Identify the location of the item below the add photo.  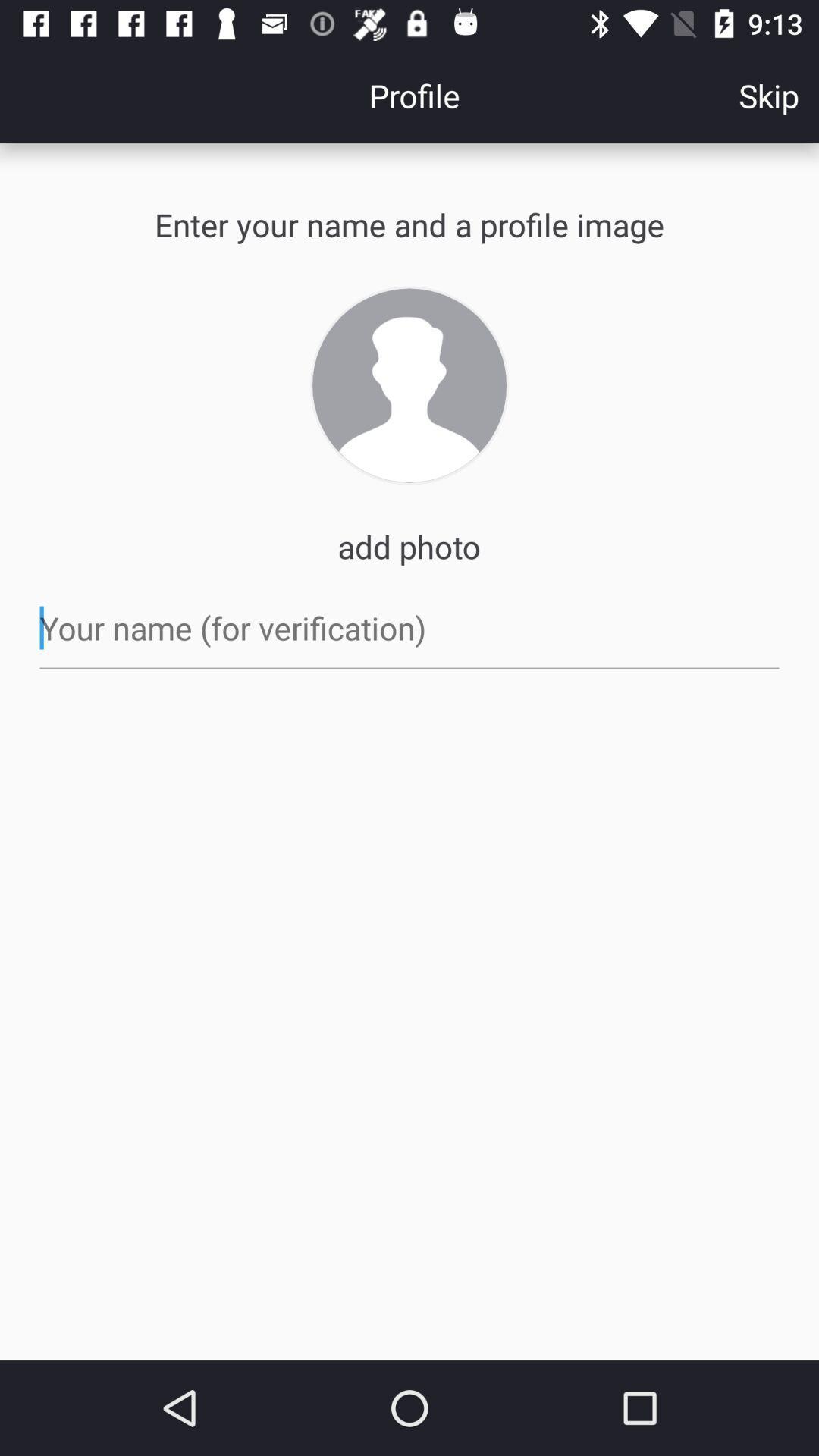
(409, 628).